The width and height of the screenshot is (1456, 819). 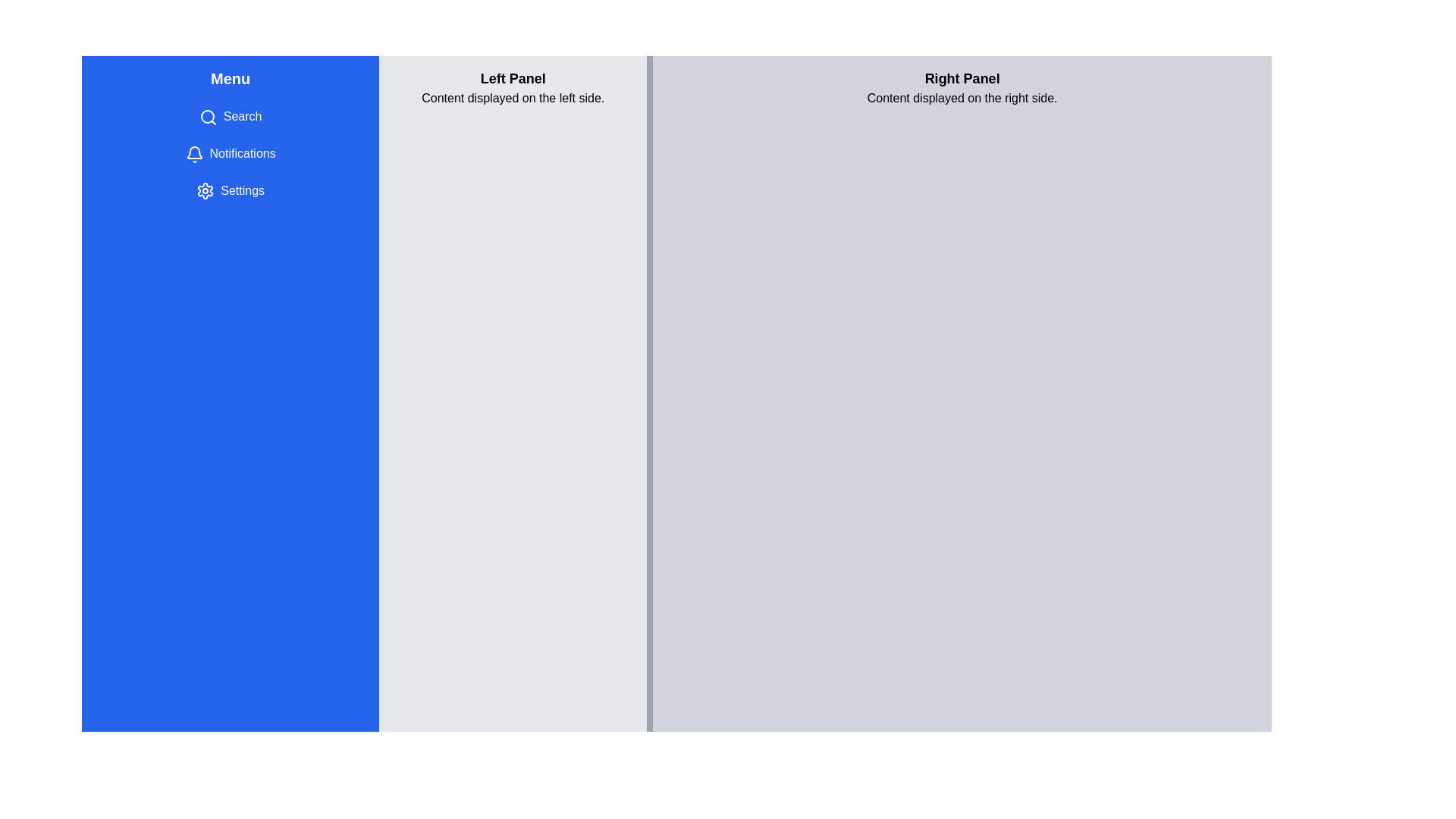 I want to click on the settings icon located in the blue sidebar menu, directly to the left of the text 'Settings', so click(x=205, y=190).